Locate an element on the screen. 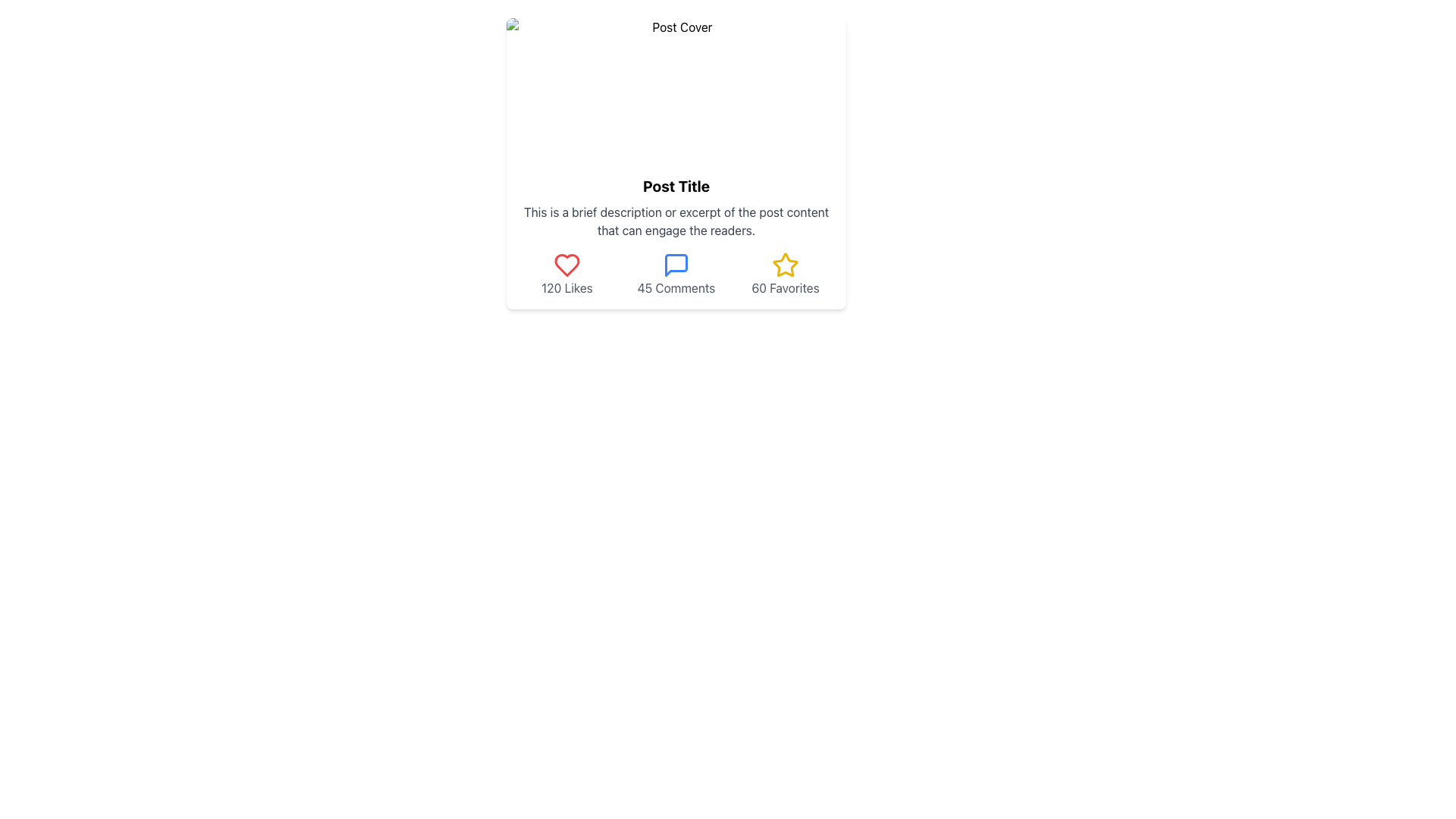  the speech bubble-shaped icon with a blue color scheme, located in the middle of the row of icons below the post title and description, to trigger a tooltip or animation is located at coordinates (676, 265).